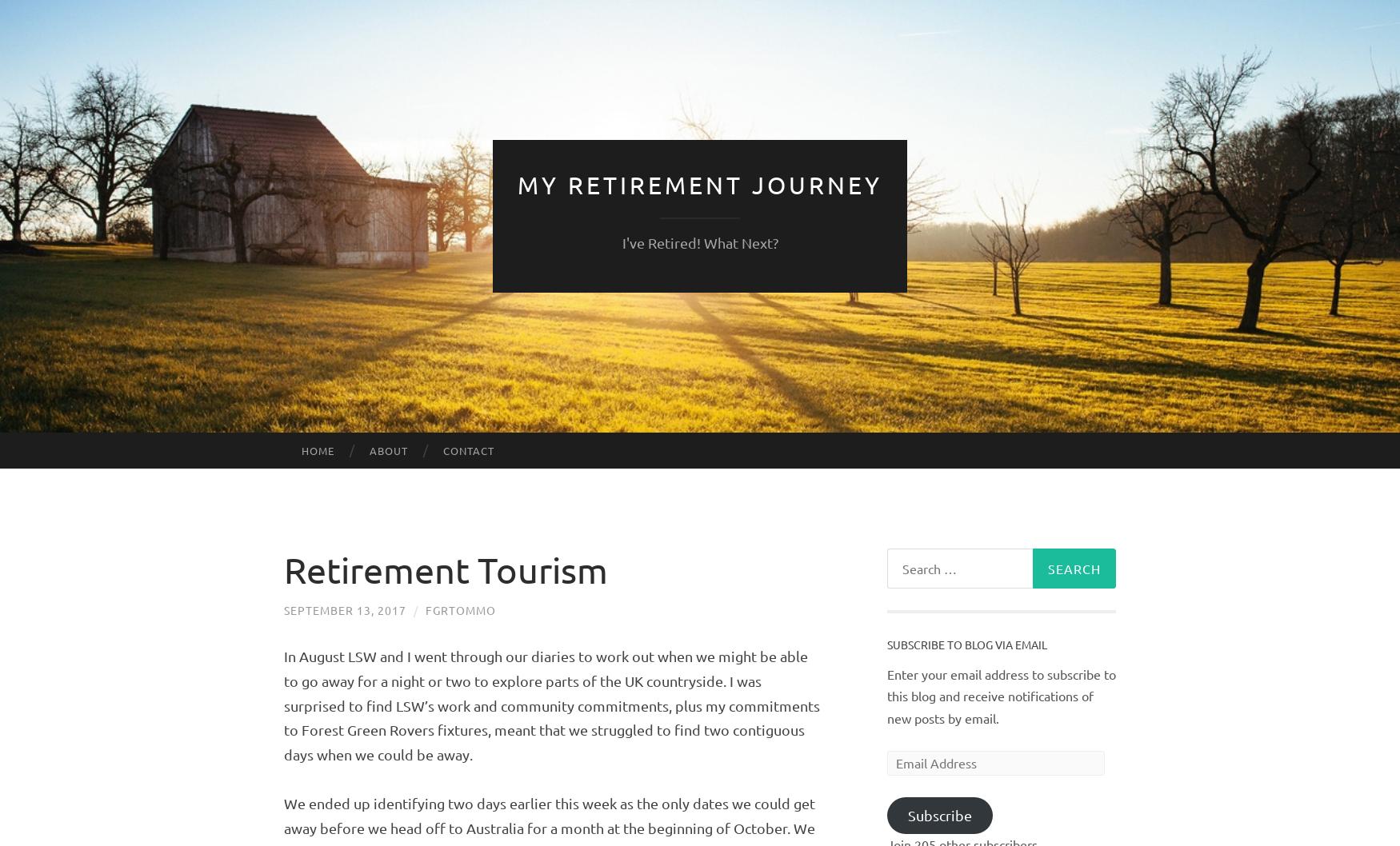 The height and width of the screenshot is (846, 1400). What do you see at coordinates (699, 241) in the screenshot?
I see `'I've Retired! What Next?'` at bounding box center [699, 241].